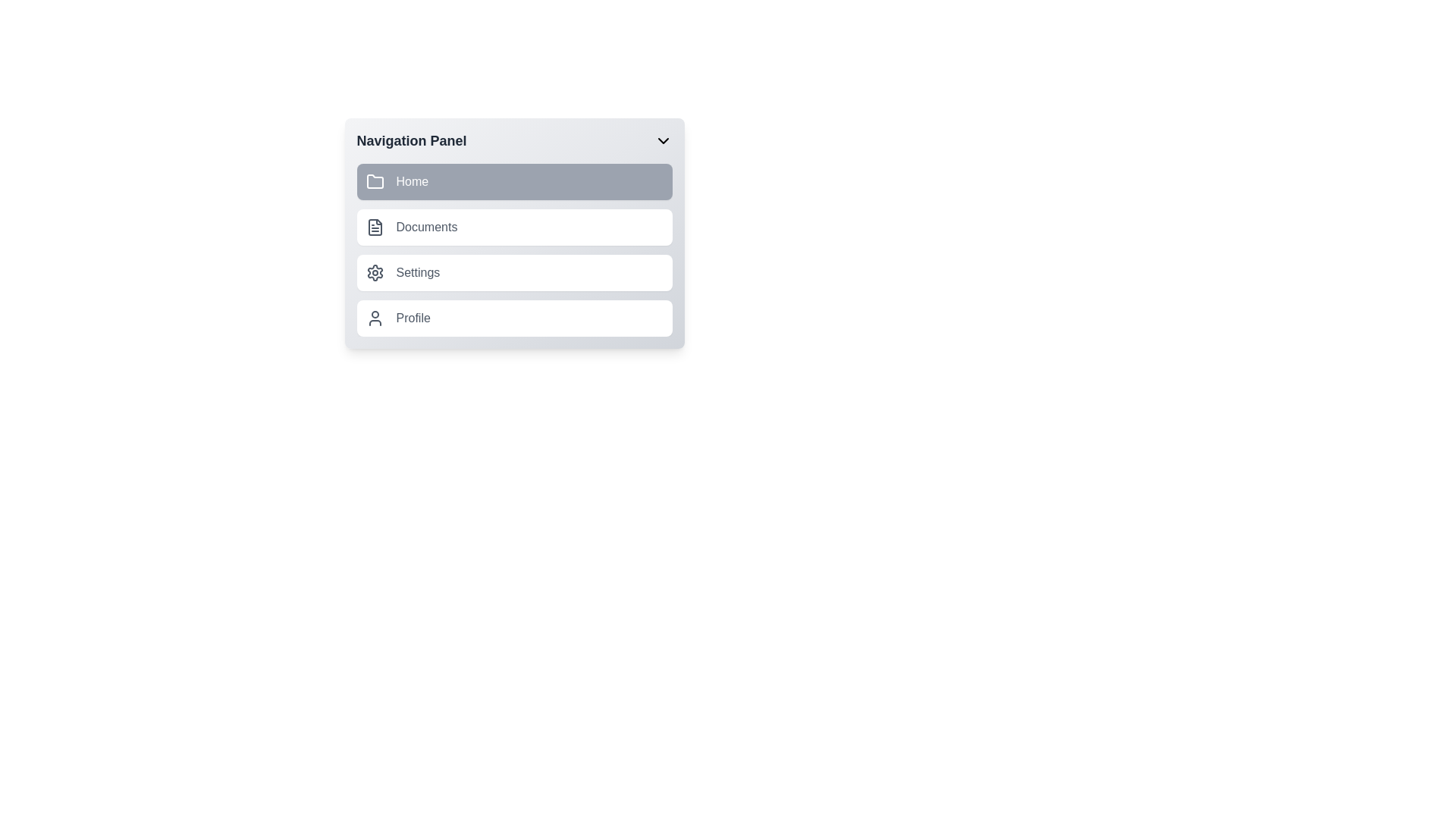  I want to click on the settings icon located to the left of the 'Settings' text label, so click(375, 271).